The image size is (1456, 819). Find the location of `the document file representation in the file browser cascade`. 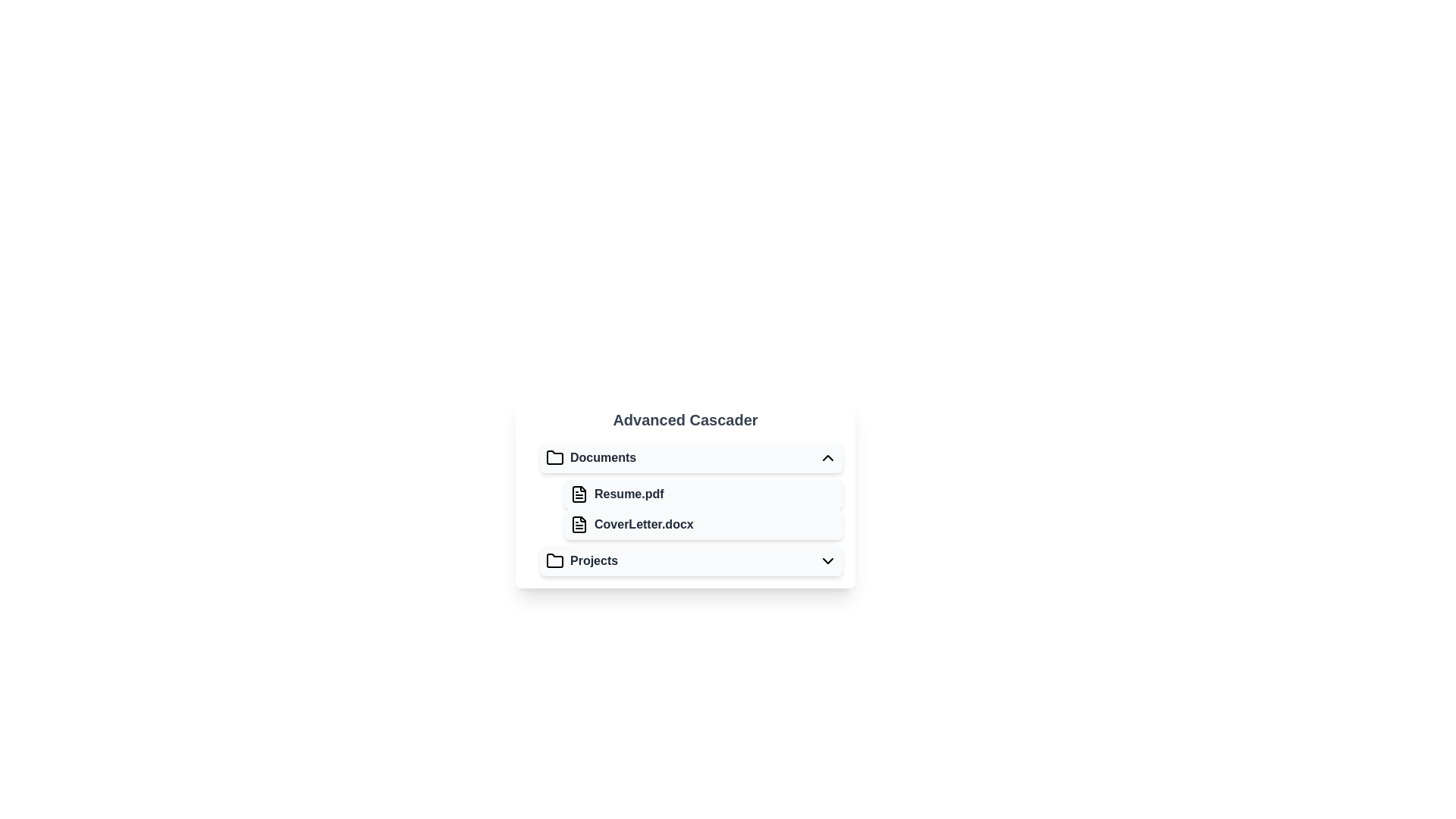

the document file representation in the file browser cascade is located at coordinates (632, 523).